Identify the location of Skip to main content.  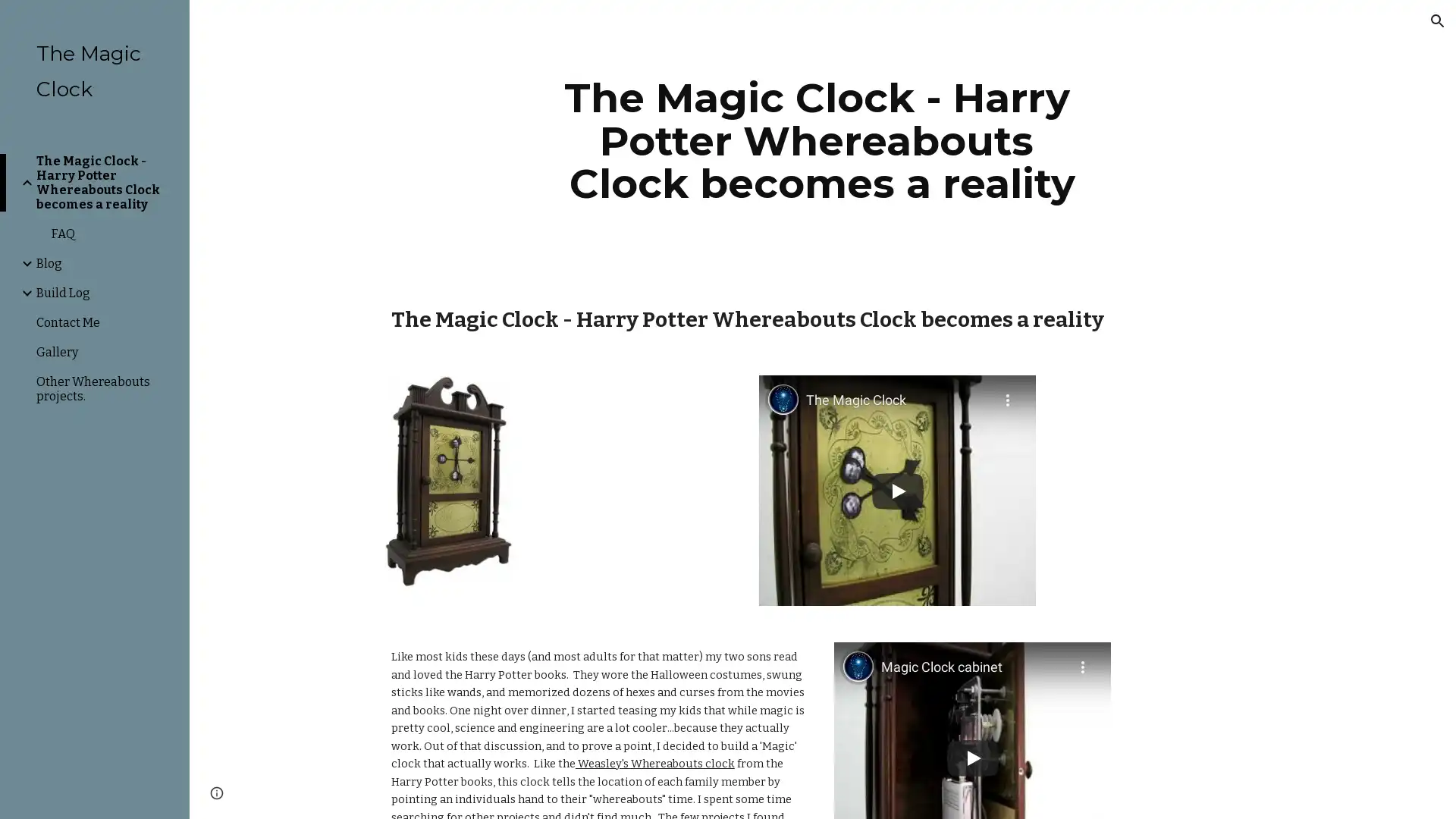
(597, 28).